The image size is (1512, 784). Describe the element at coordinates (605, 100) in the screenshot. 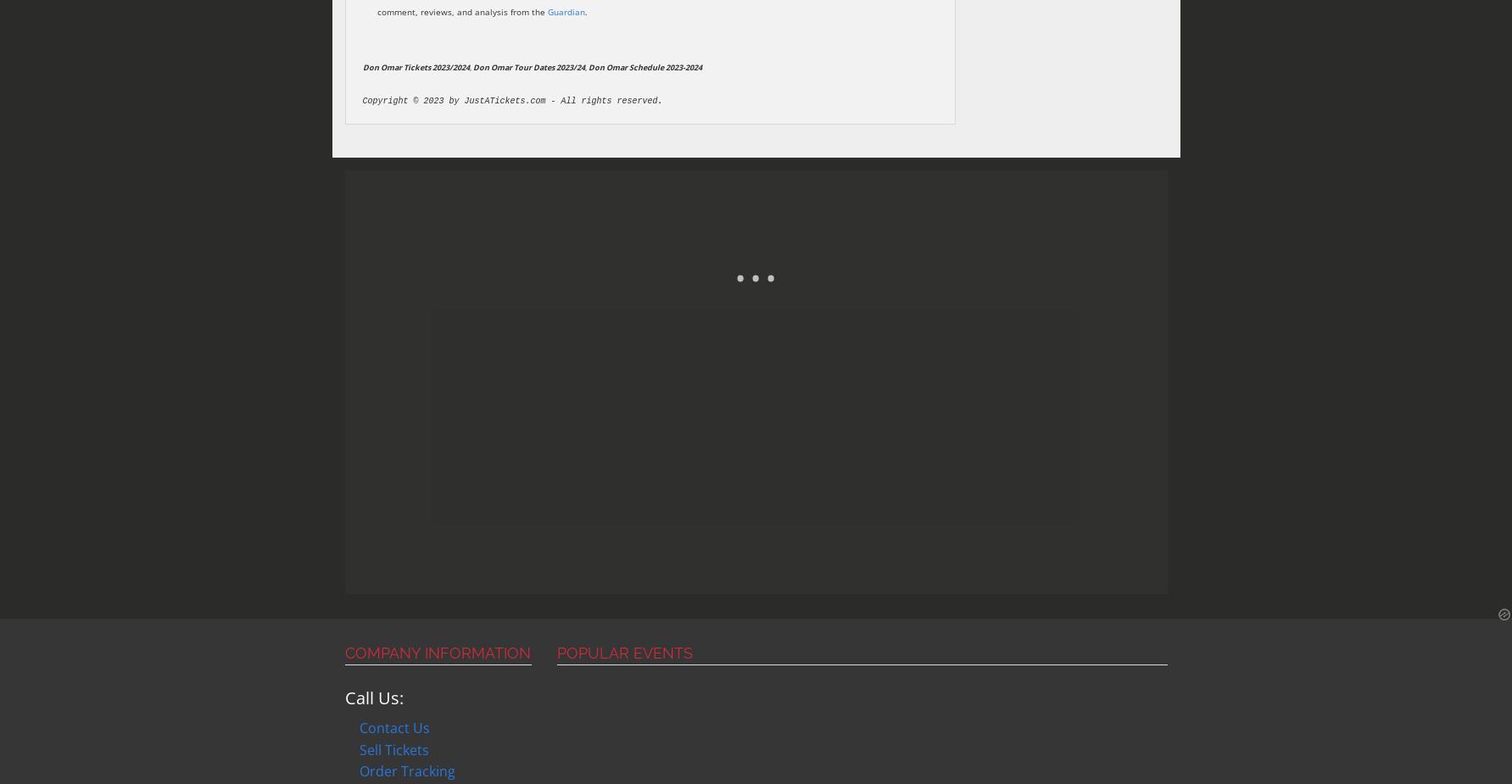

I see `'All rights reserved'` at that location.